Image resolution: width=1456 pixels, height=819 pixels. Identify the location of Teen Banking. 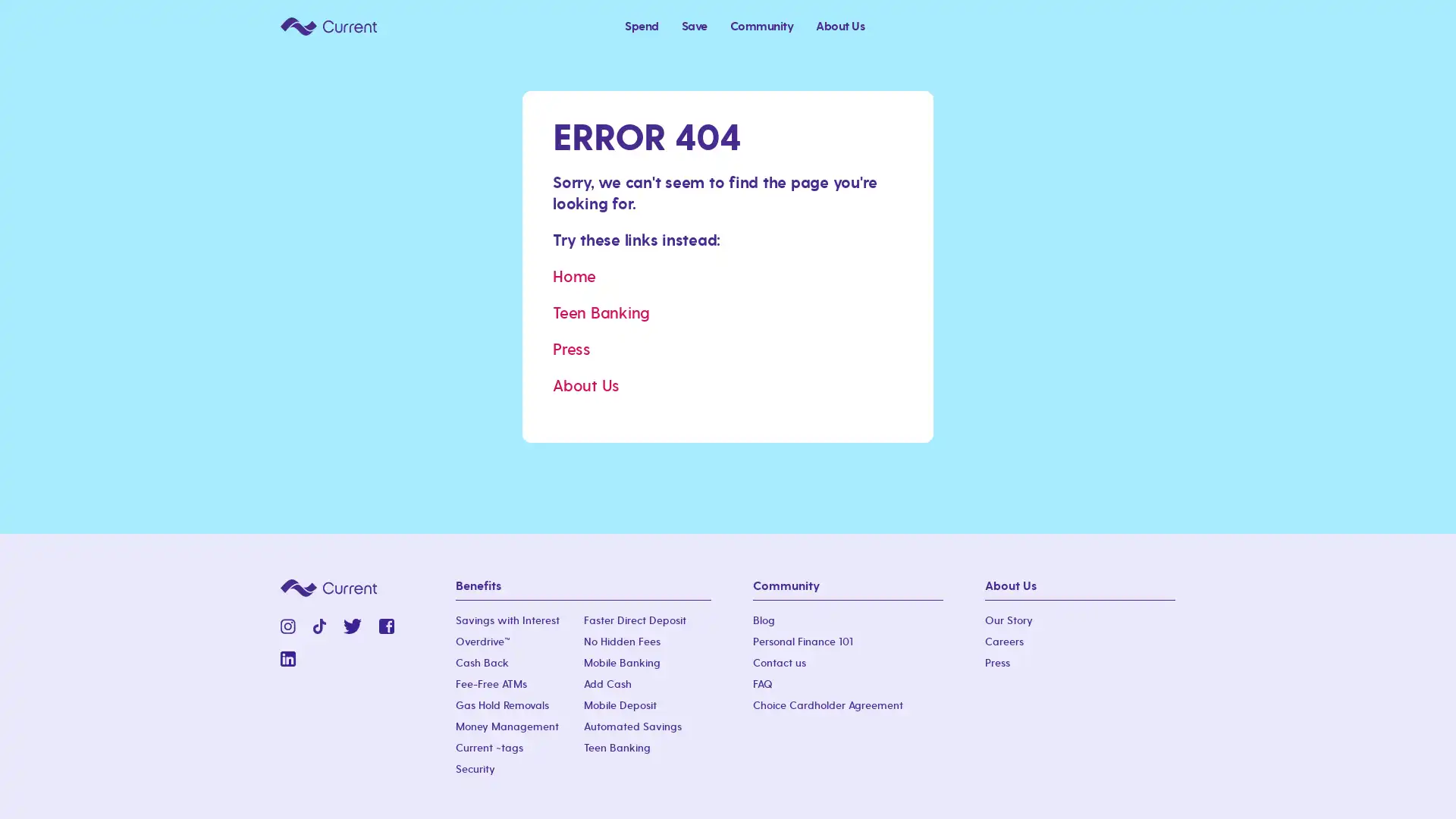
(616, 748).